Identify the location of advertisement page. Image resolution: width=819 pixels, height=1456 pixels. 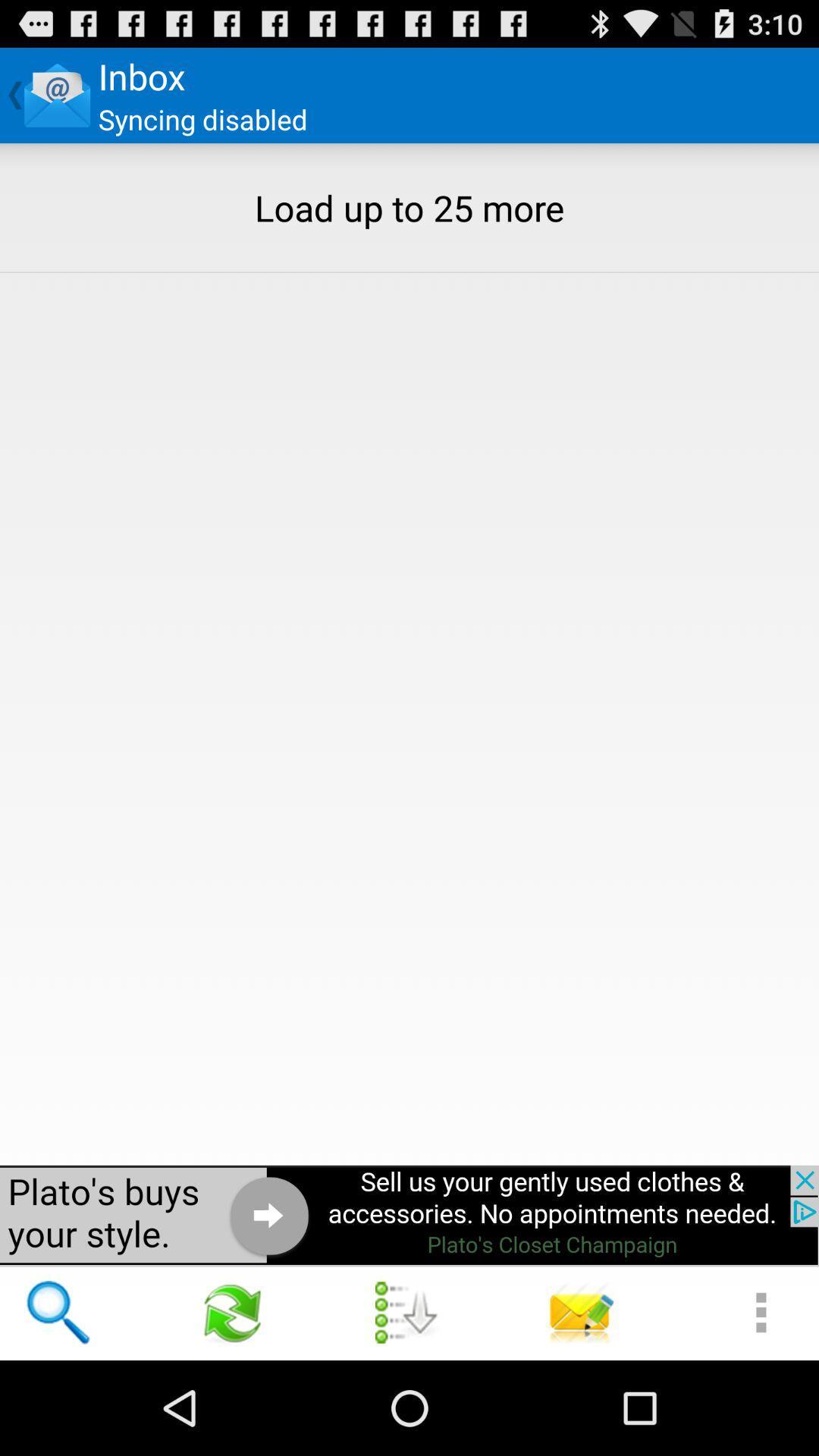
(409, 1215).